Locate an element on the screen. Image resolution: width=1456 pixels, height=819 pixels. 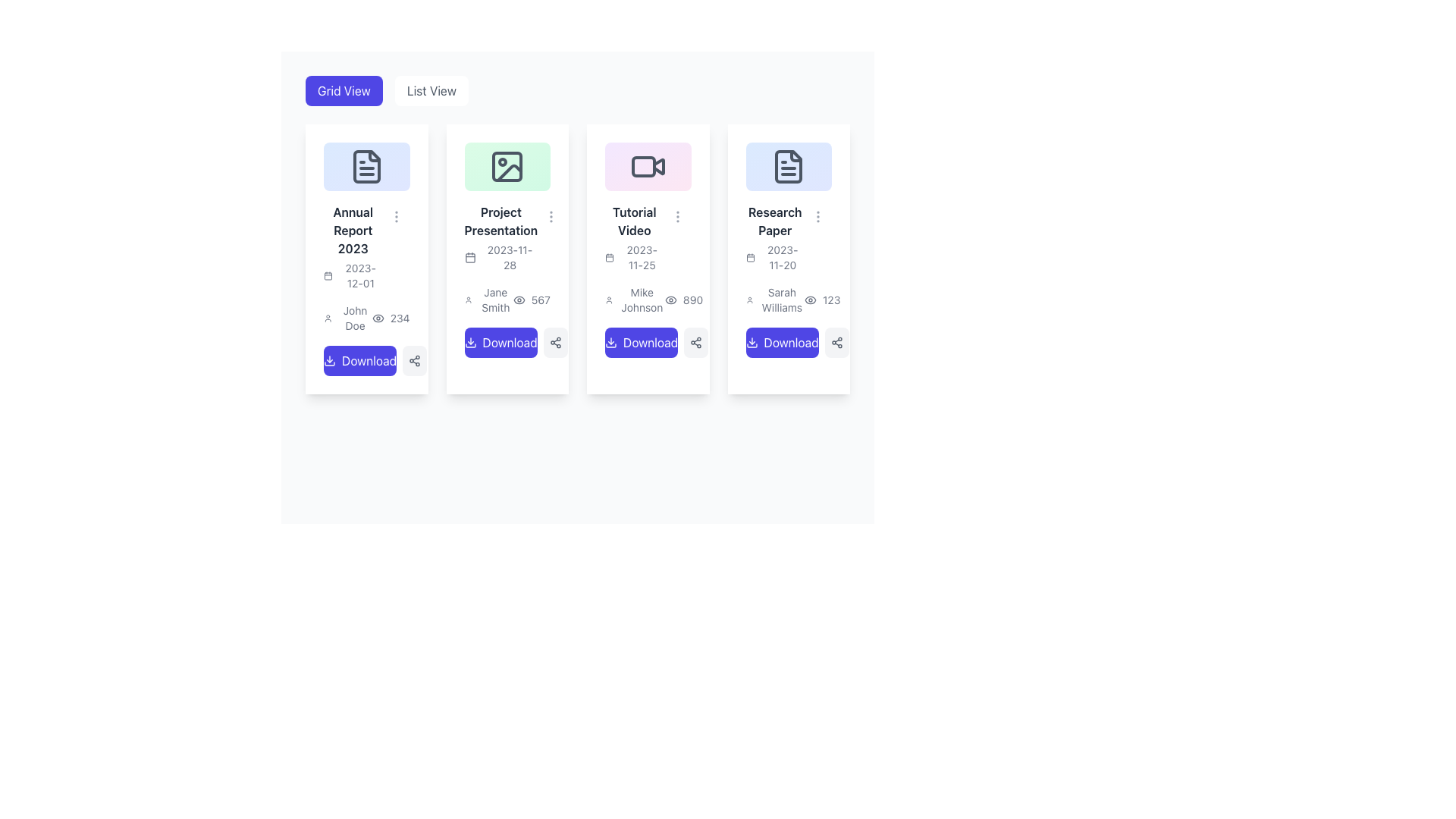
the Text label group that displays 'Annual Report 2023' and the date '2023-12-01', located in the first card of a grid layout is located at coordinates (366, 246).